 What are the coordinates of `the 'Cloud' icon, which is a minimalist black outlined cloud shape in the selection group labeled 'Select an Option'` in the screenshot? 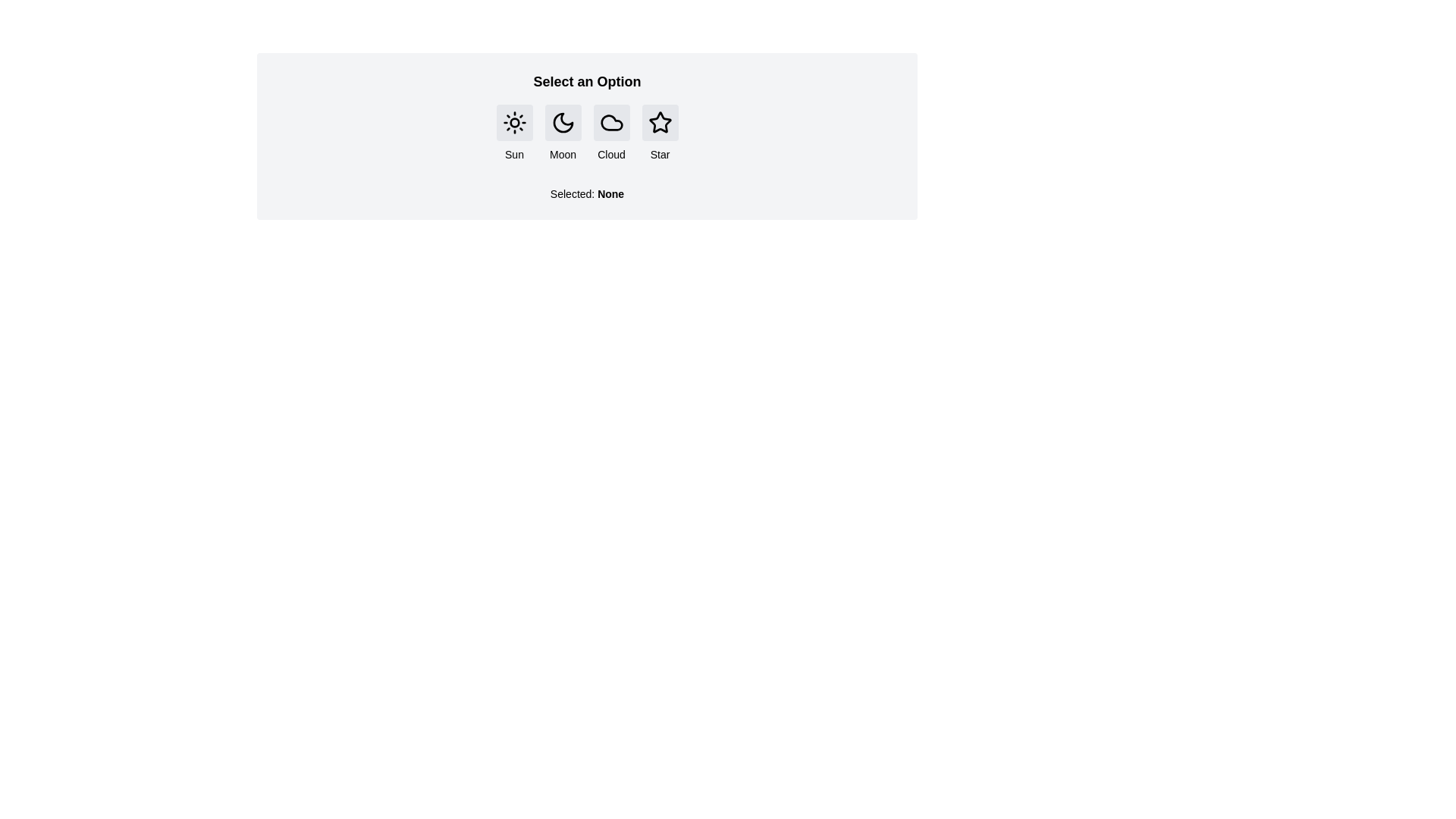 It's located at (611, 122).